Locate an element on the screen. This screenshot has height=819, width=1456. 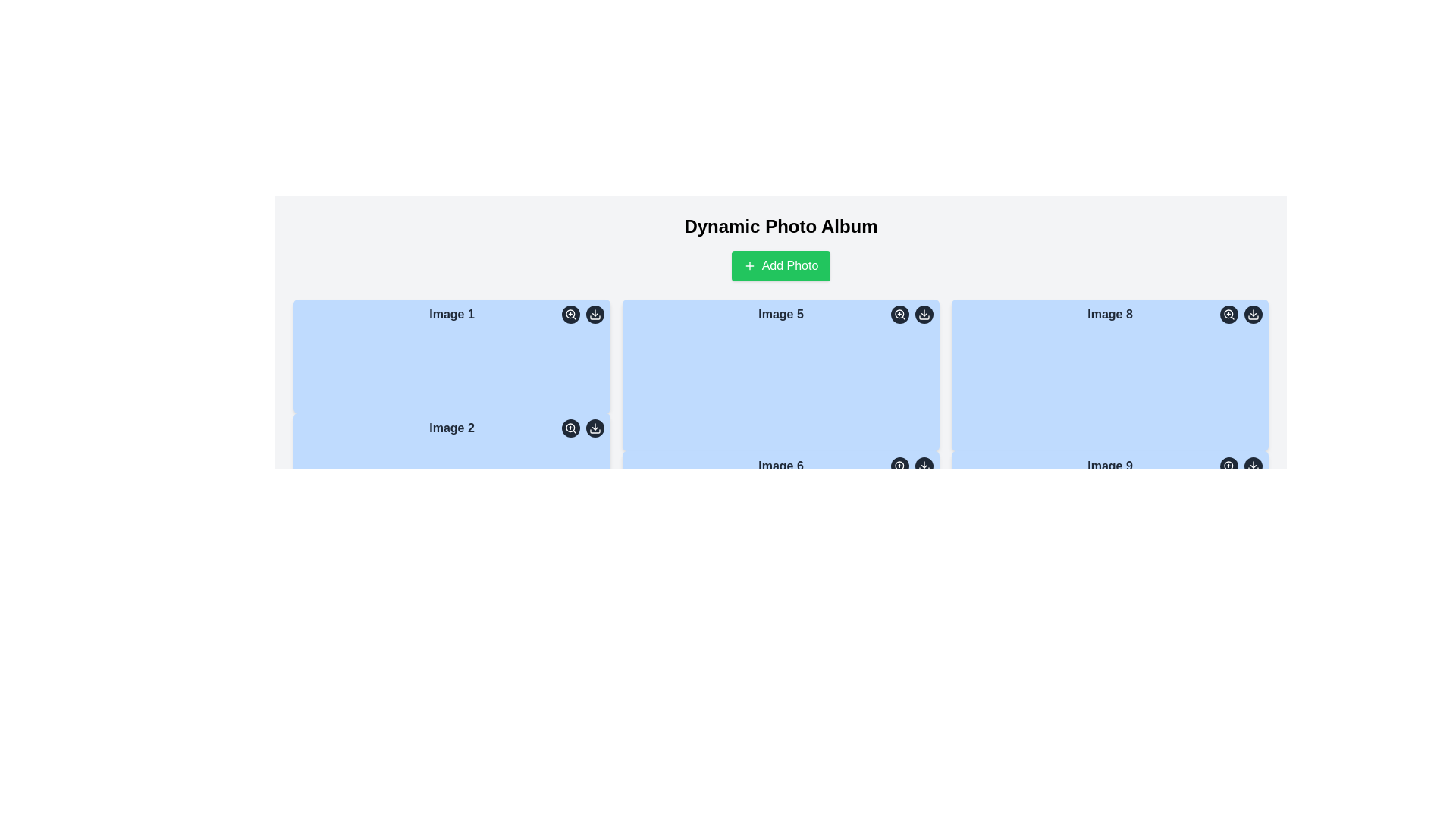
the circular button with a gray background and magnifying glass icon, located at the top-right corner of the panel associated with 'Image 8' is located at coordinates (1229, 314).